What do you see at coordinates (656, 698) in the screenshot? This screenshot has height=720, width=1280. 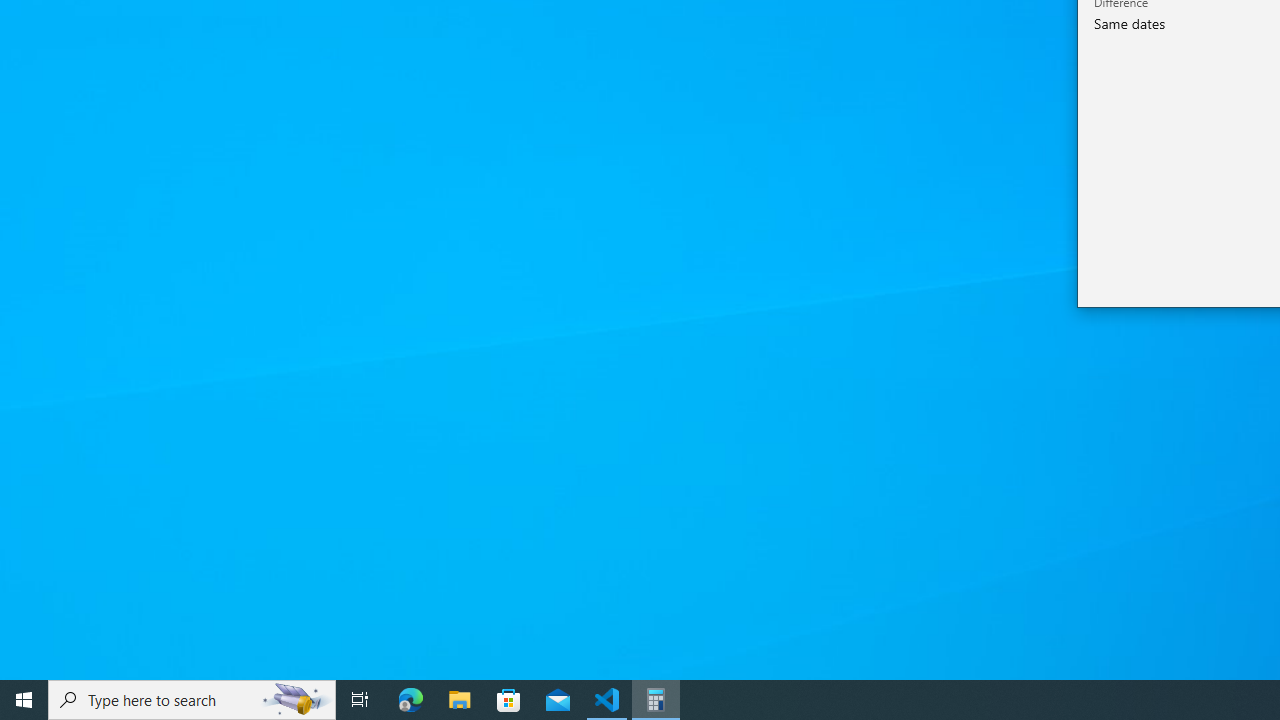 I see `'Calculator - 1 running window'` at bounding box center [656, 698].